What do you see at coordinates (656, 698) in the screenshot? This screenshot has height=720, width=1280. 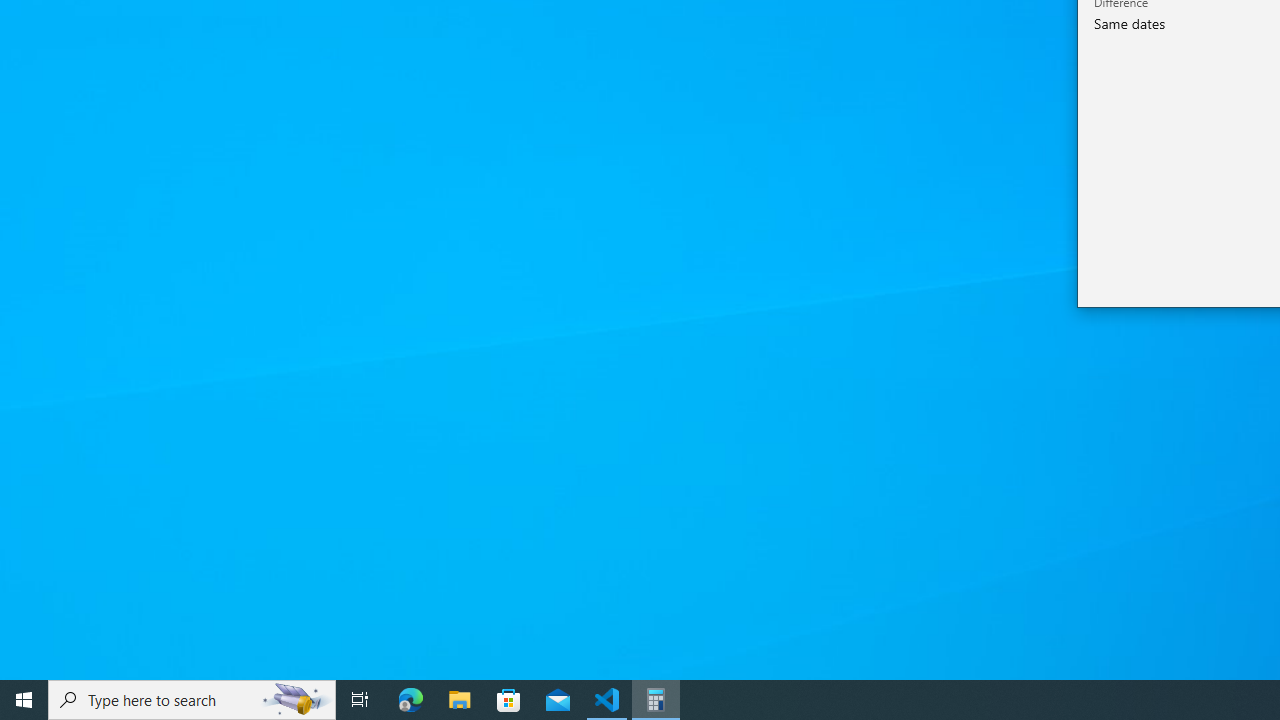 I see `'Calculator - 1 running window'` at bounding box center [656, 698].